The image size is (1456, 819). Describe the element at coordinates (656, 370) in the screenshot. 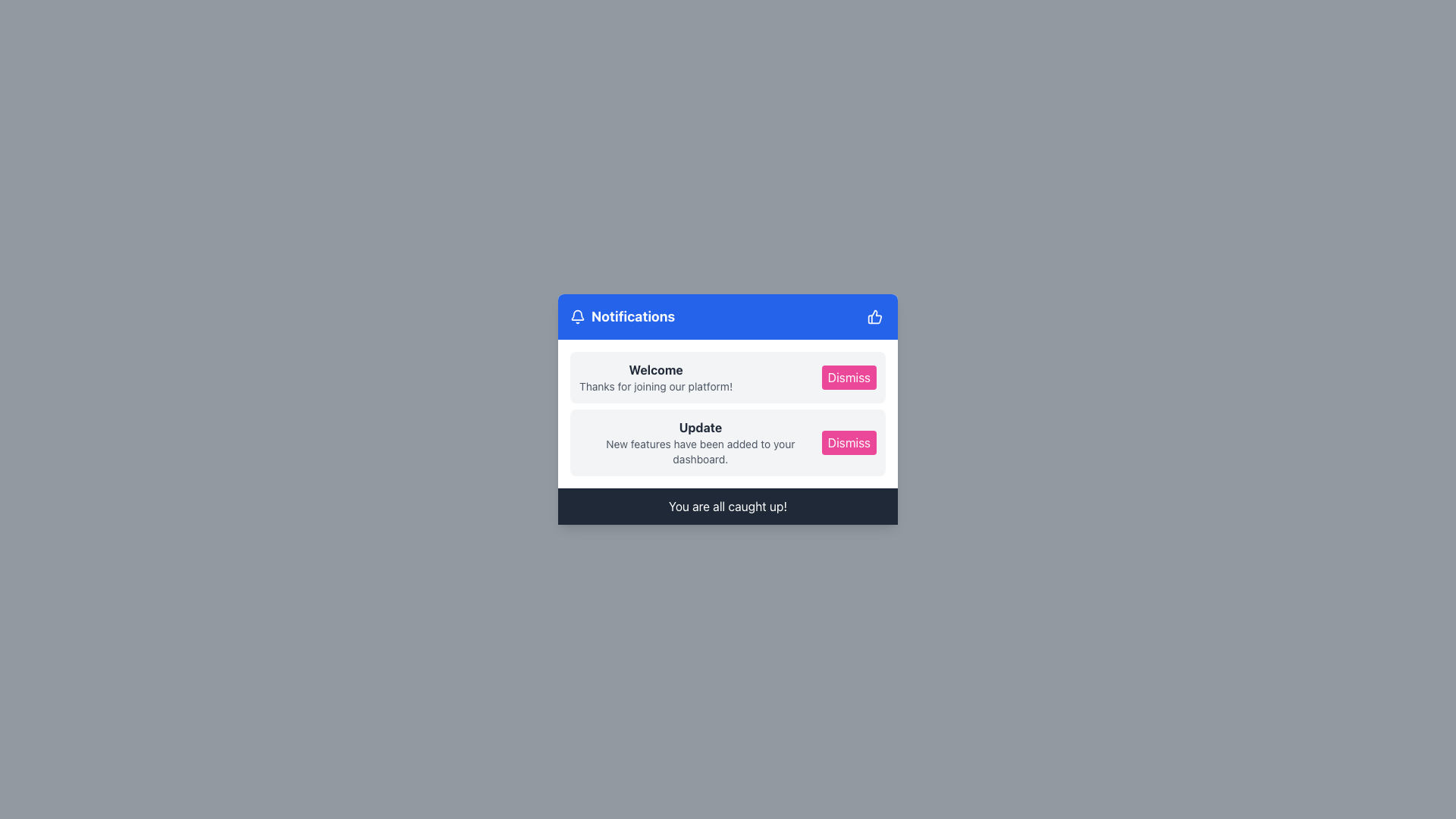

I see `text from the header of the notification message, which welcomes the user and is positioned above the message 'Thanks for joining our platform!'` at that location.